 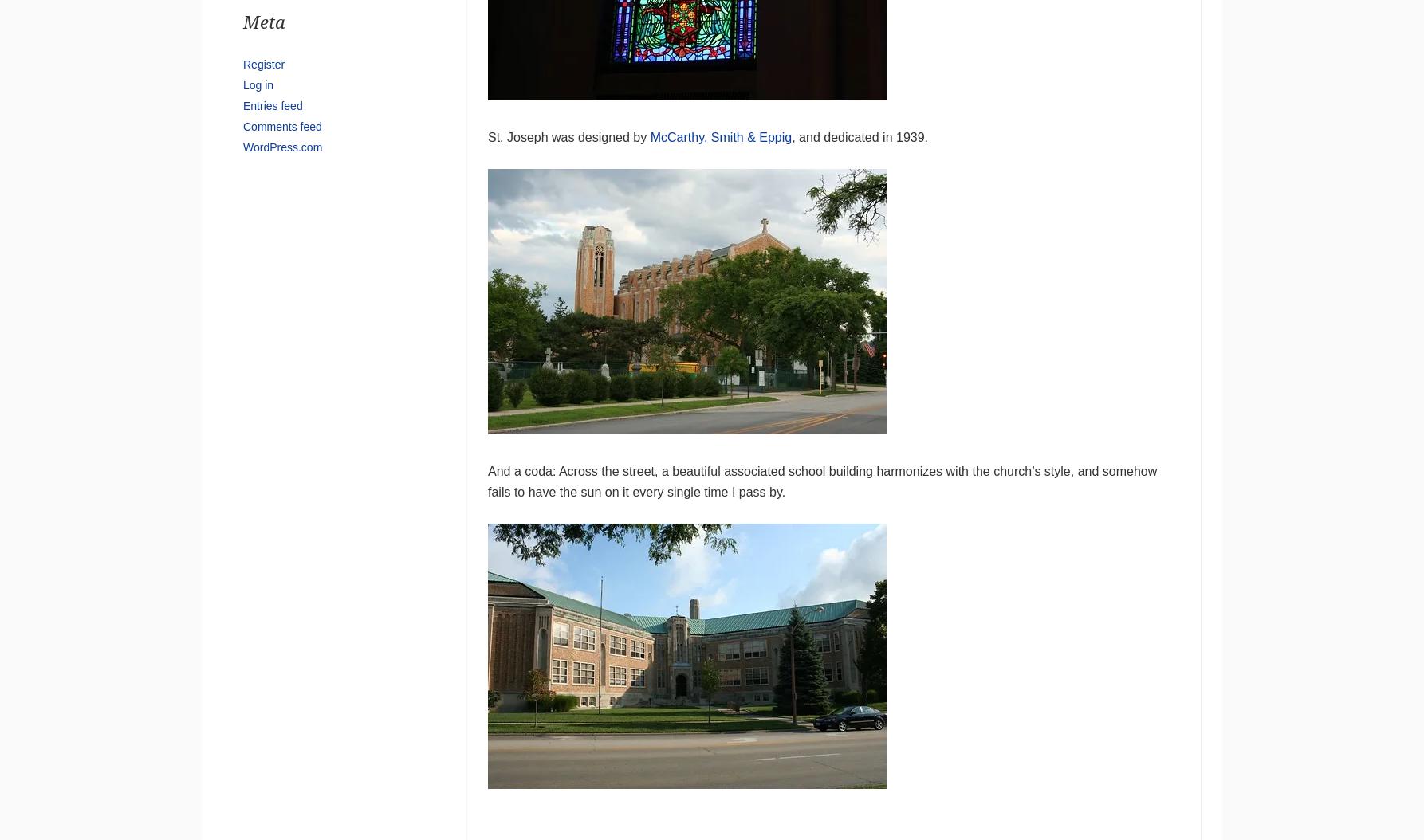 What do you see at coordinates (648, 135) in the screenshot?
I see `'McCarthy, Smith & Eppig'` at bounding box center [648, 135].